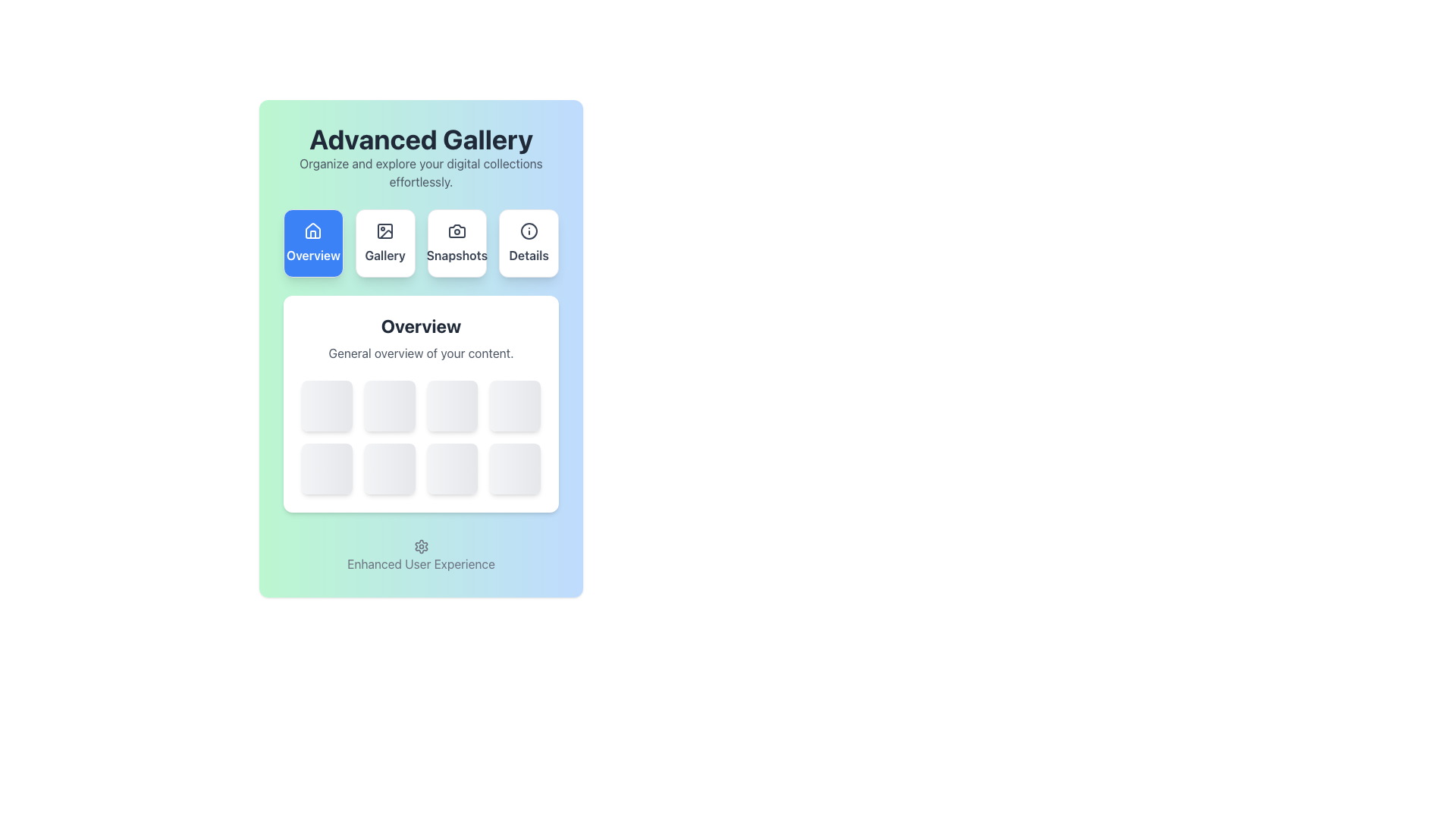 The height and width of the screenshot is (819, 1456). What do you see at coordinates (421, 140) in the screenshot?
I see `title 'Advanced Gallery' which is a bold, gray text displayed prominently at the top of the section` at bounding box center [421, 140].